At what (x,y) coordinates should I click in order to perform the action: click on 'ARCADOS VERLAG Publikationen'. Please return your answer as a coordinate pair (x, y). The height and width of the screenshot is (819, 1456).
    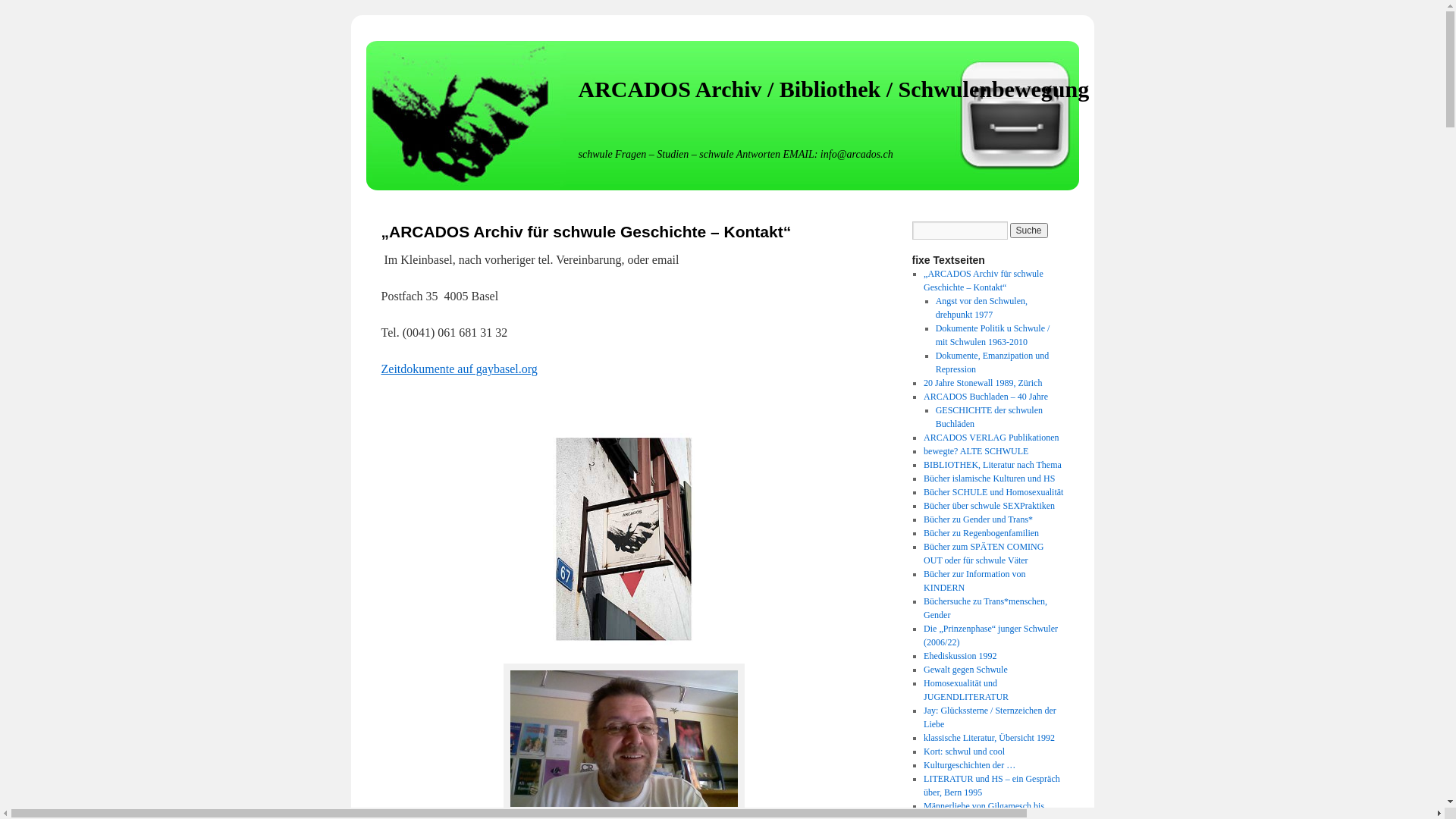
    Looking at the image, I should click on (990, 438).